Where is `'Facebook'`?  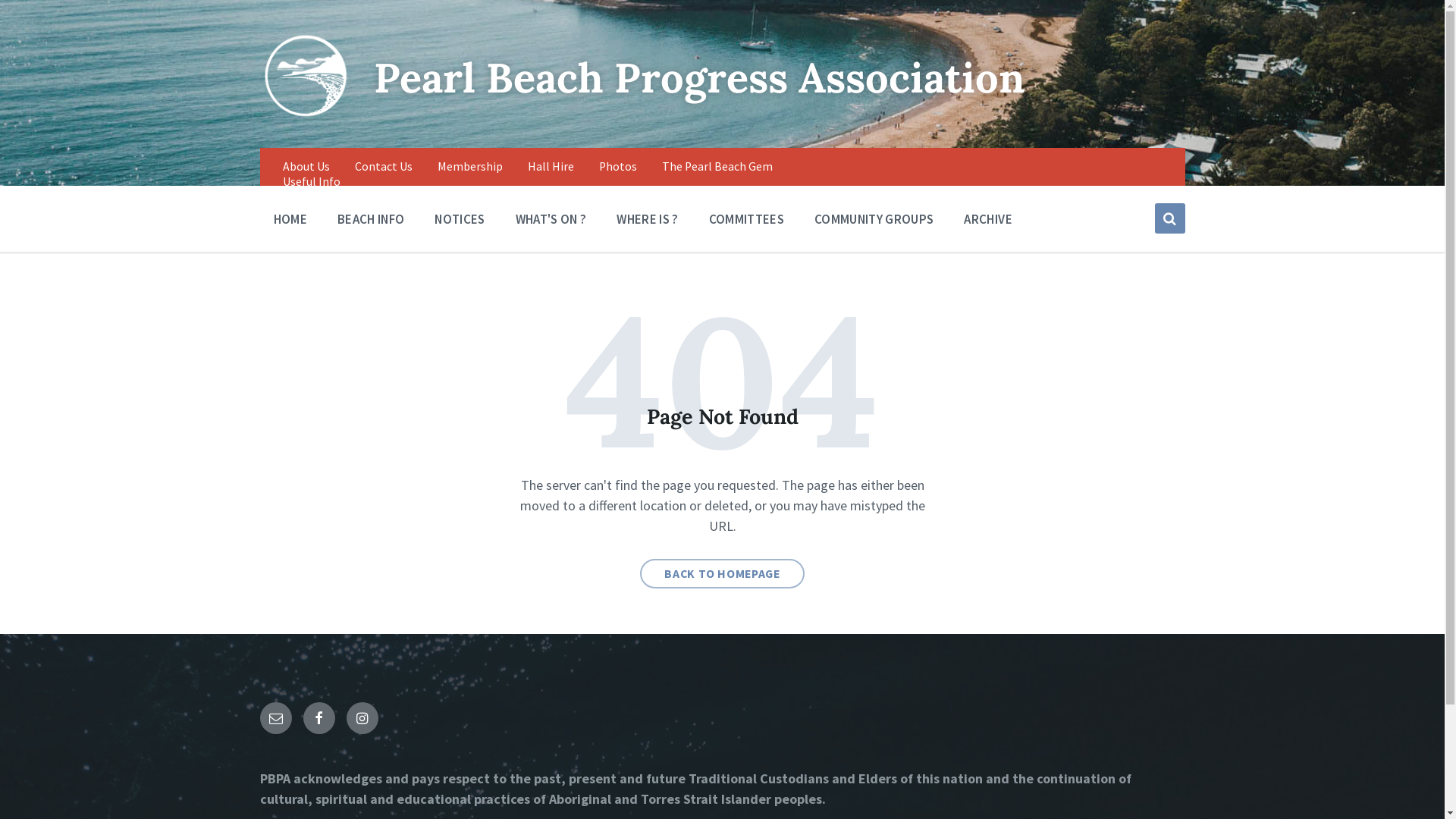 'Facebook' is located at coordinates (318, 717).